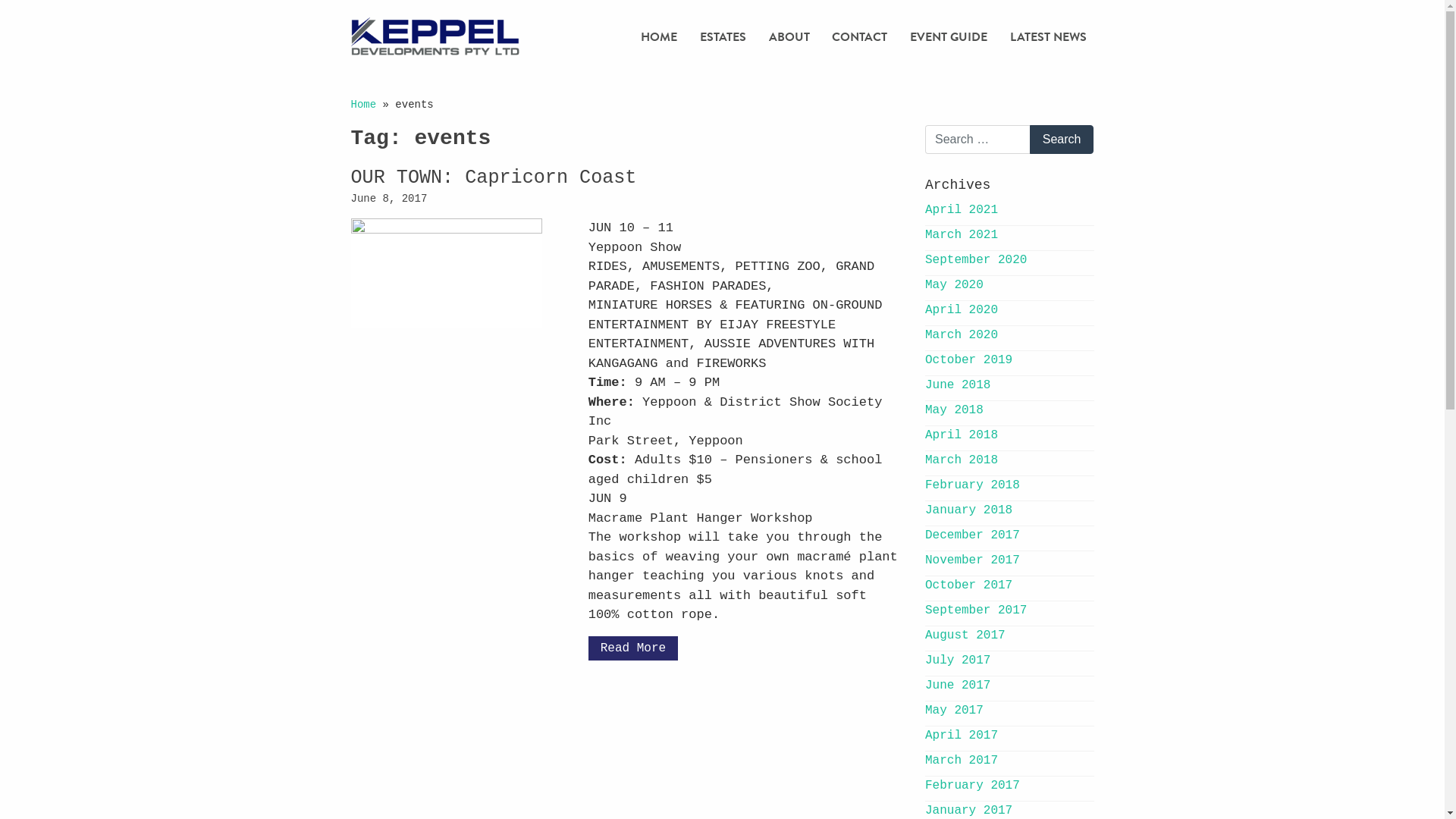 This screenshot has width=1456, height=819. I want to click on 'March 2021', so click(924, 234).